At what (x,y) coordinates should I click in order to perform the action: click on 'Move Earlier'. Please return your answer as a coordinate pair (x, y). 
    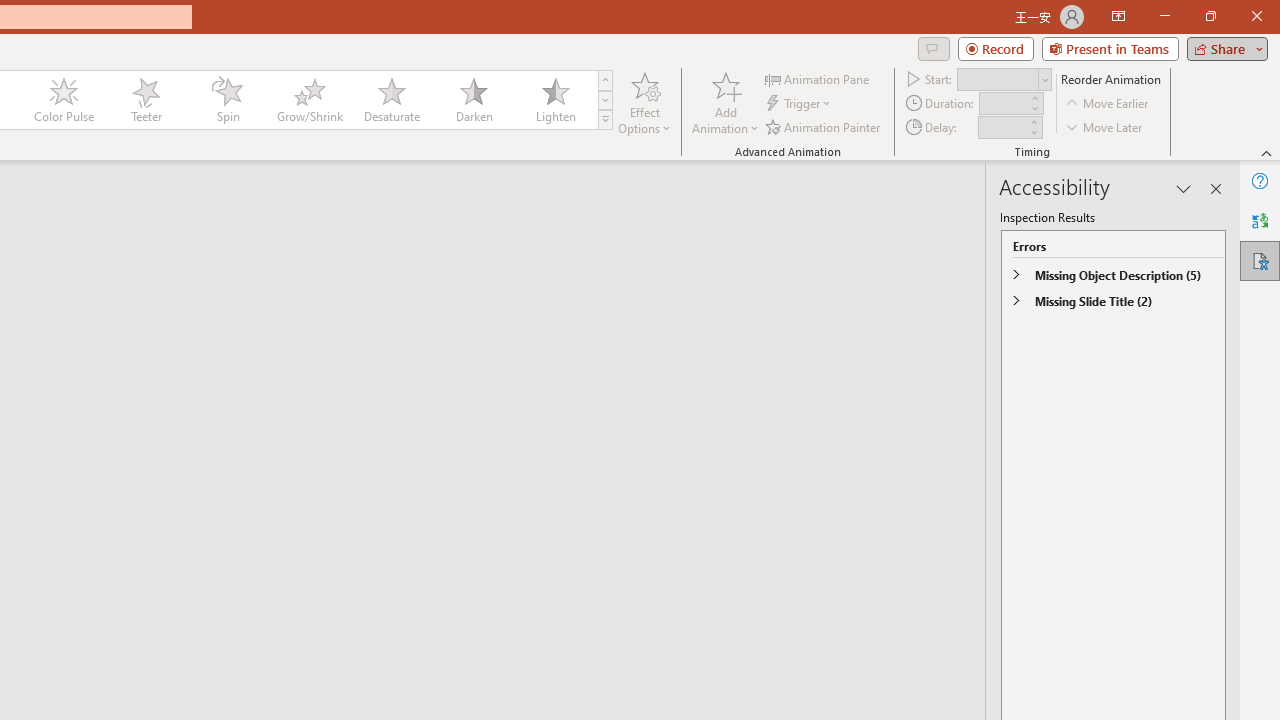
    Looking at the image, I should click on (1106, 103).